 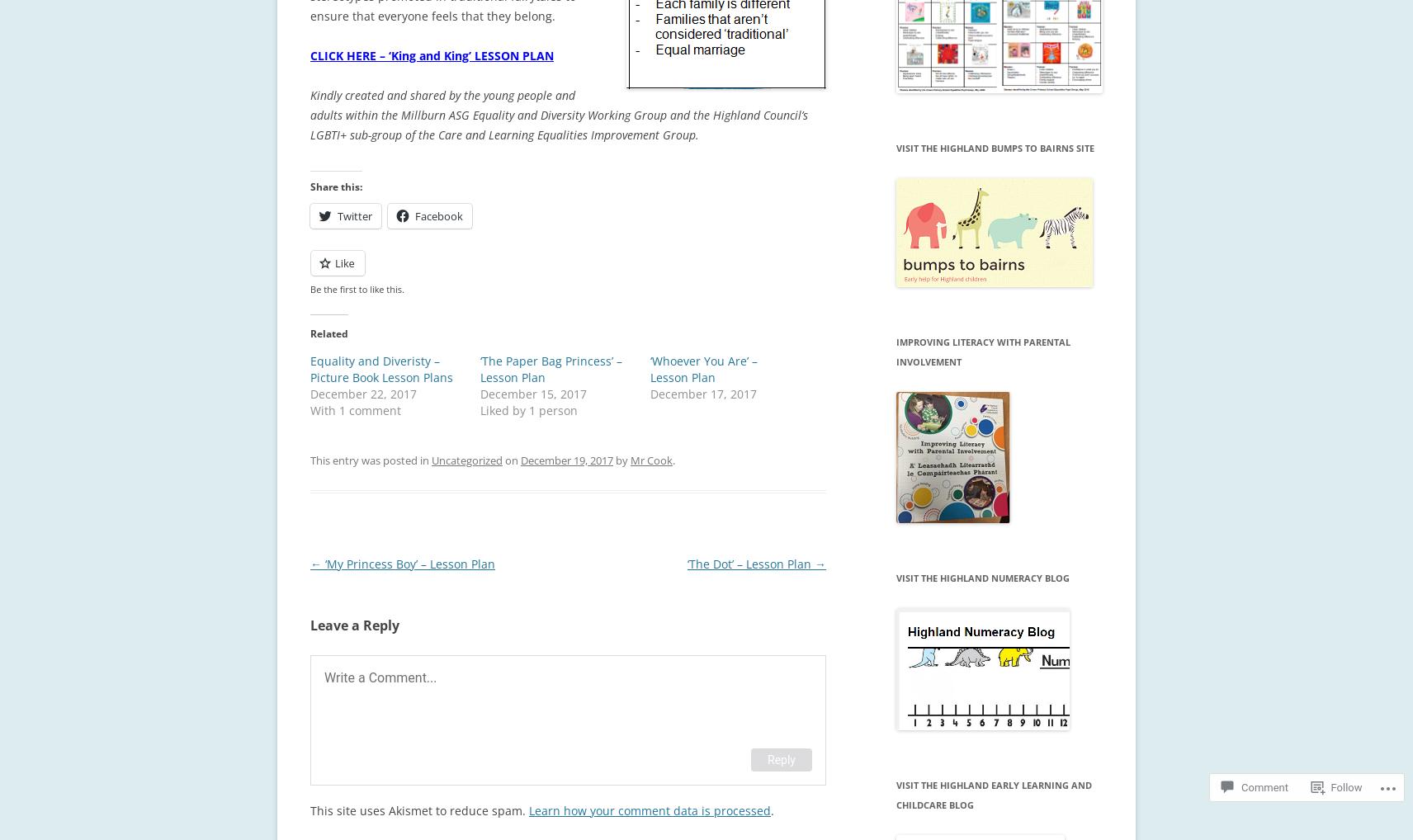 What do you see at coordinates (1264, 786) in the screenshot?
I see `'Comment'` at bounding box center [1264, 786].